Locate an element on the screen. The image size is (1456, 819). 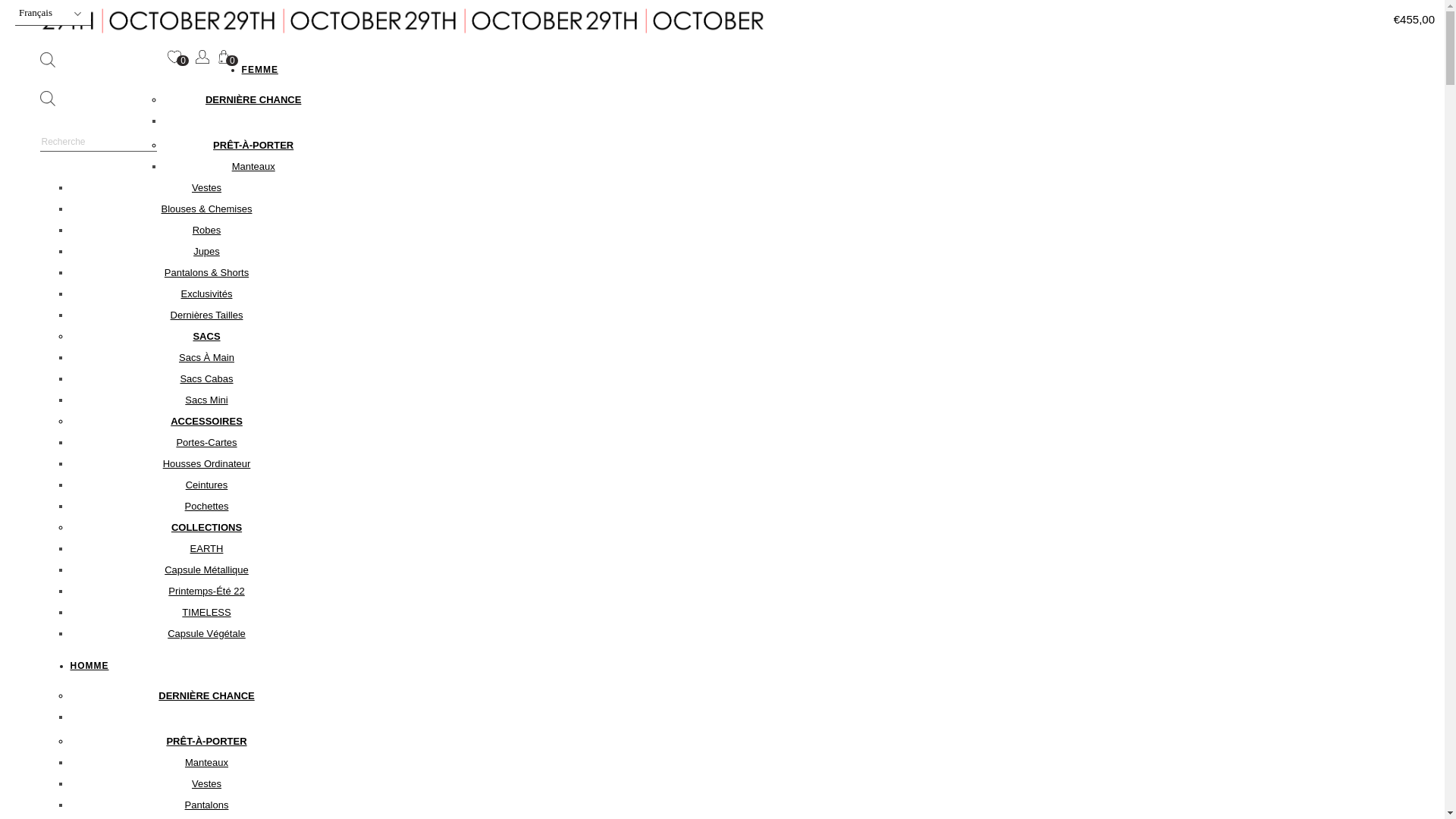
'ACCESSOIRES' is located at coordinates (206, 421).